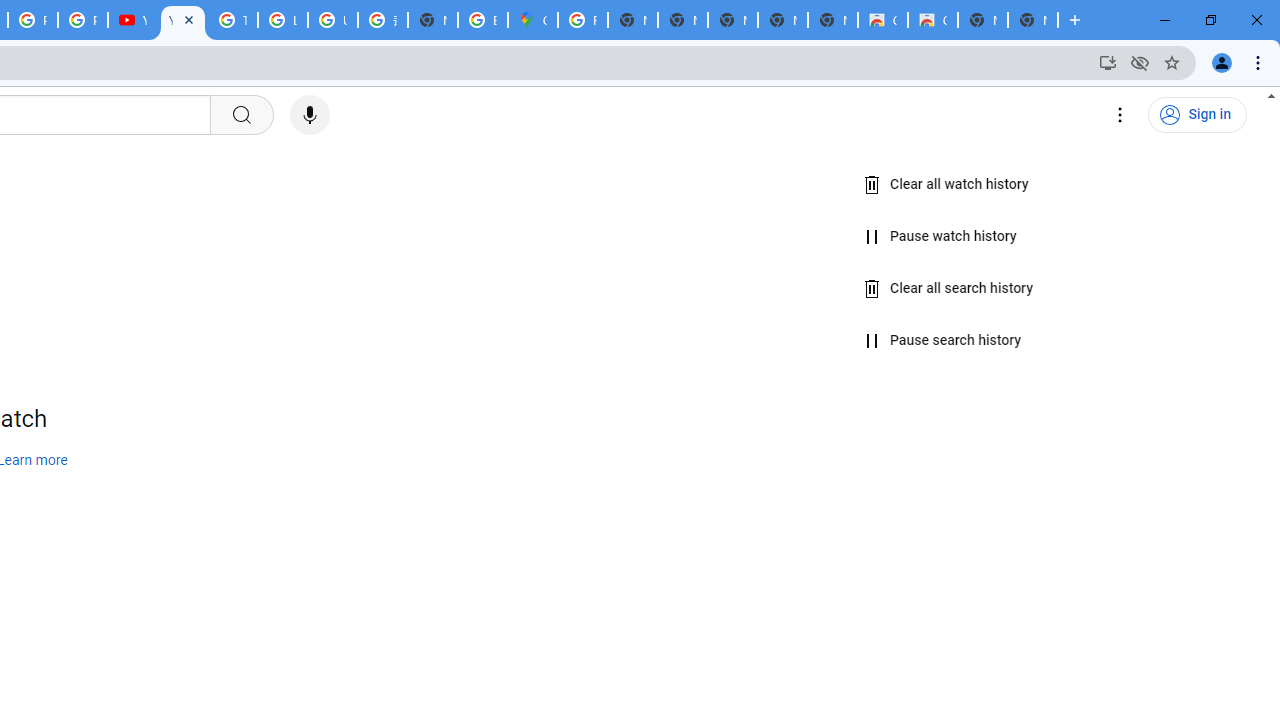  Describe the element at coordinates (948, 288) in the screenshot. I see `'Clear all search history'` at that location.